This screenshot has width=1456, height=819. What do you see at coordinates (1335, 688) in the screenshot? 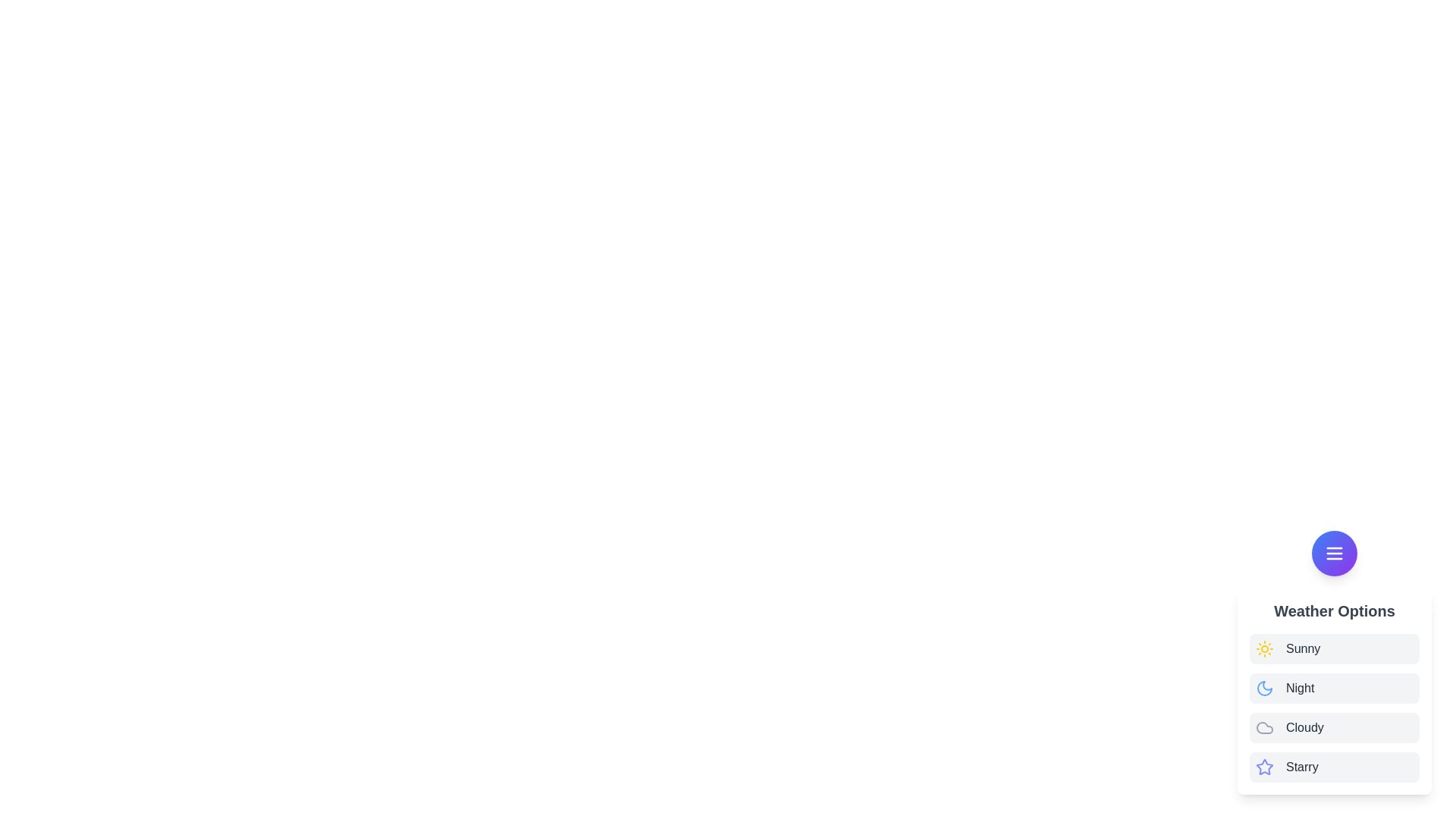
I see `the weather option Night from the list` at bounding box center [1335, 688].